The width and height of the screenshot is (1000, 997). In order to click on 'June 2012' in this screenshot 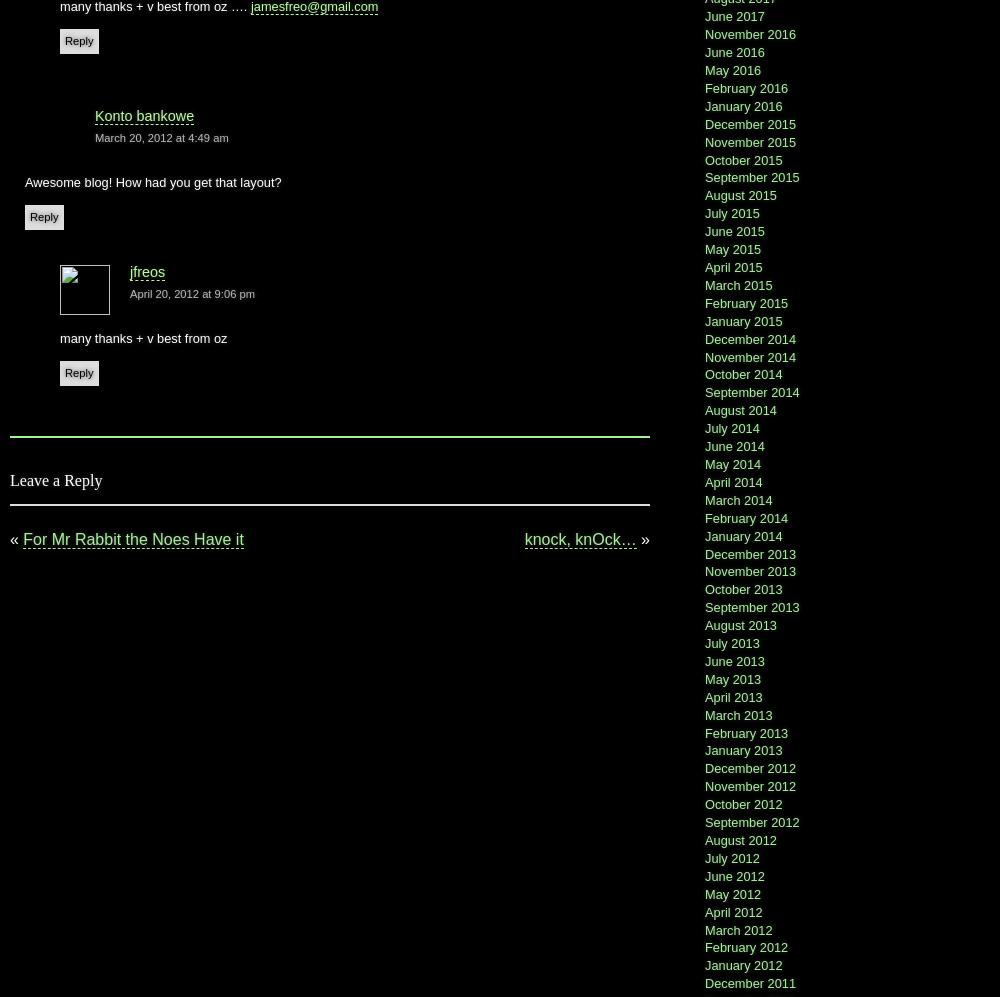, I will do `click(733, 874)`.